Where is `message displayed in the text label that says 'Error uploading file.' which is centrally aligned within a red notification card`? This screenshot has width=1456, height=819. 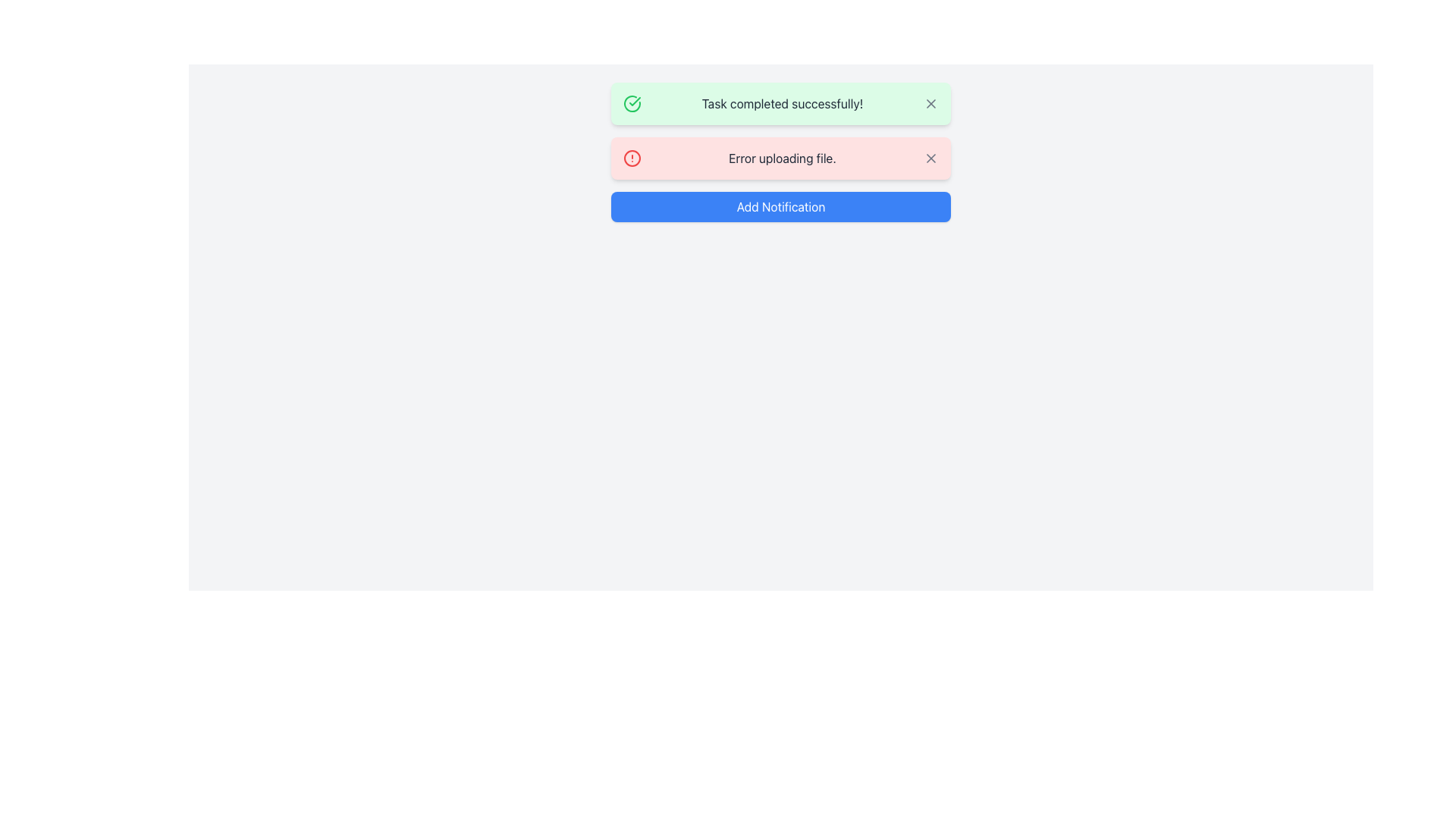 message displayed in the text label that says 'Error uploading file.' which is centrally aligned within a red notification card is located at coordinates (783, 158).